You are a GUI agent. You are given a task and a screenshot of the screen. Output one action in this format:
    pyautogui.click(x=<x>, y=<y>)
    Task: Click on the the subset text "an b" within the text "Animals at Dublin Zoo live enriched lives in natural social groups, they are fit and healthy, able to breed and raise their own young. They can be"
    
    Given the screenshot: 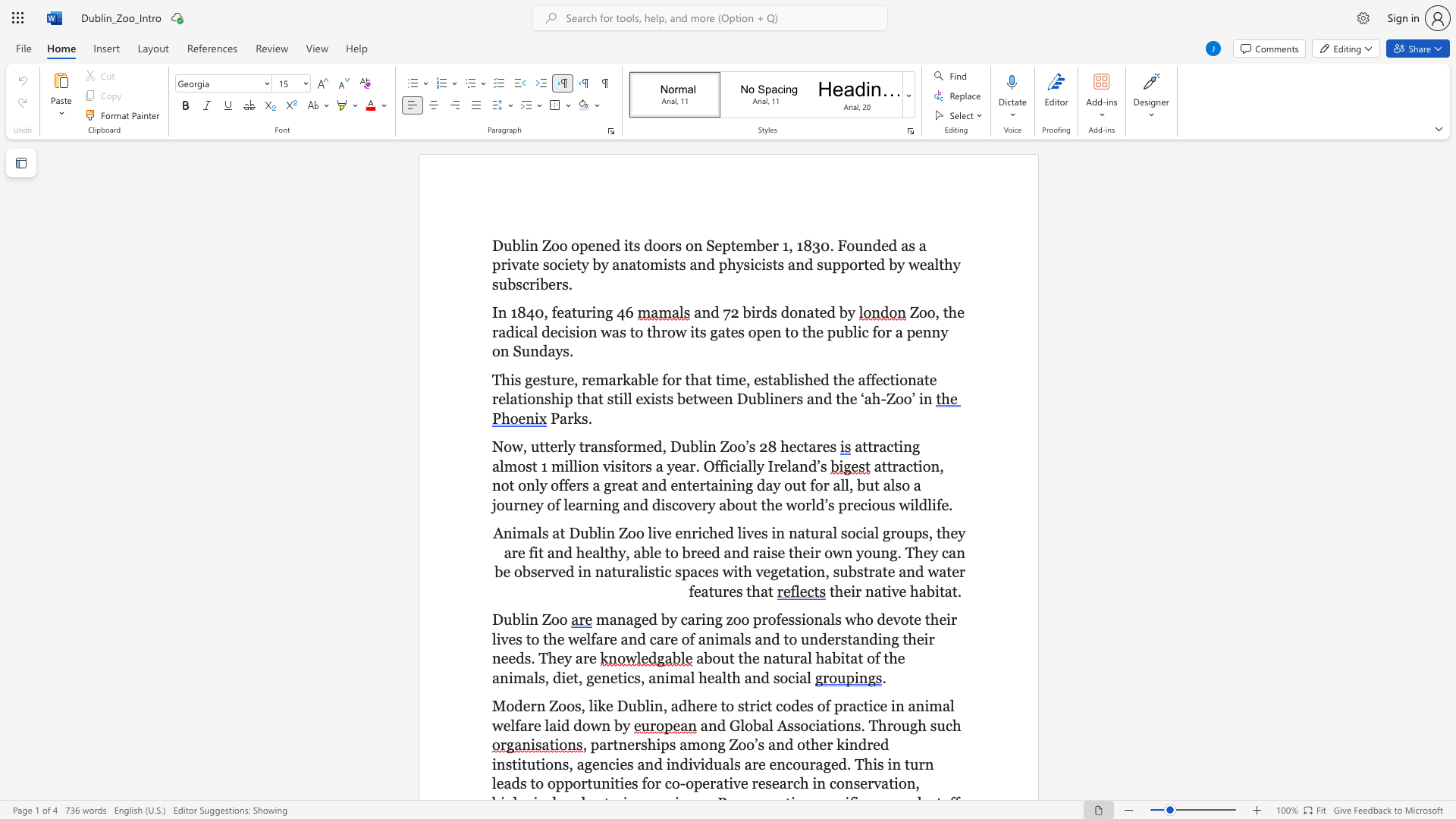 What is the action you would take?
    pyautogui.click(x=948, y=552)
    